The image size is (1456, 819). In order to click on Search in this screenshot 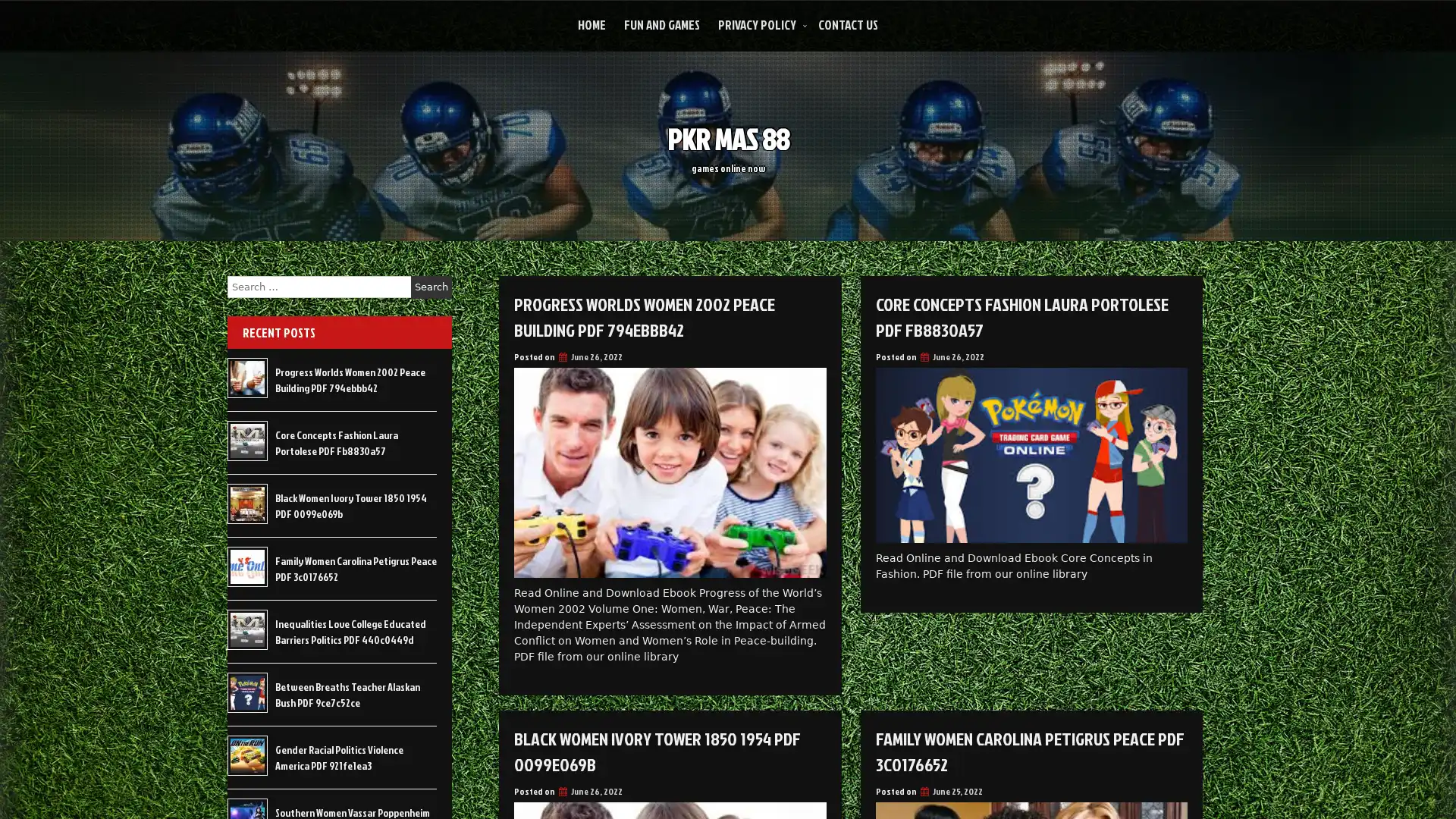, I will do `click(431, 287)`.